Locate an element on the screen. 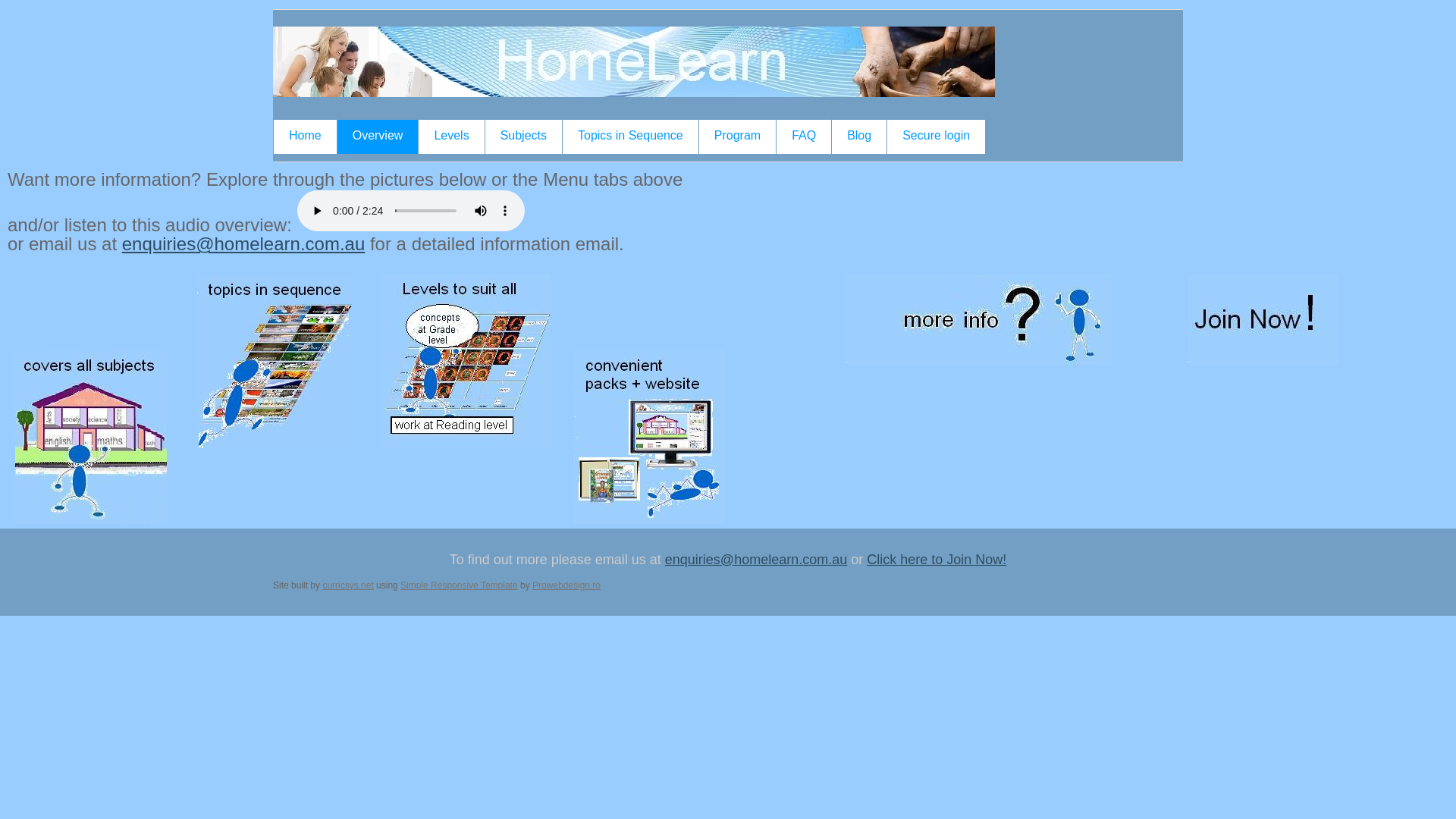 The width and height of the screenshot is (1456, 819). 'Click here to Join up' is located at coordinates (1263, 318).